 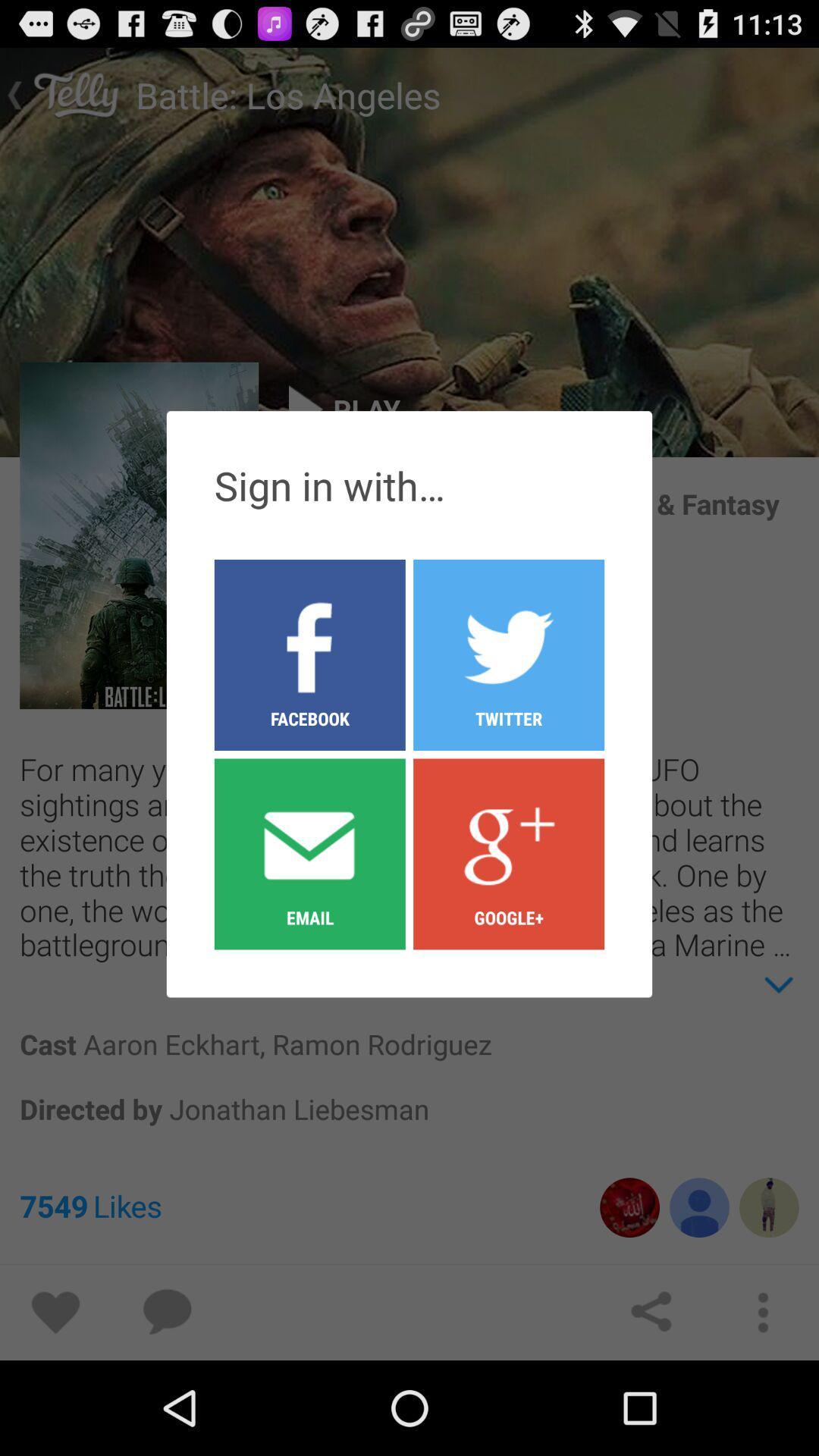 I want to click on the email item, so click(x=309, y=853).